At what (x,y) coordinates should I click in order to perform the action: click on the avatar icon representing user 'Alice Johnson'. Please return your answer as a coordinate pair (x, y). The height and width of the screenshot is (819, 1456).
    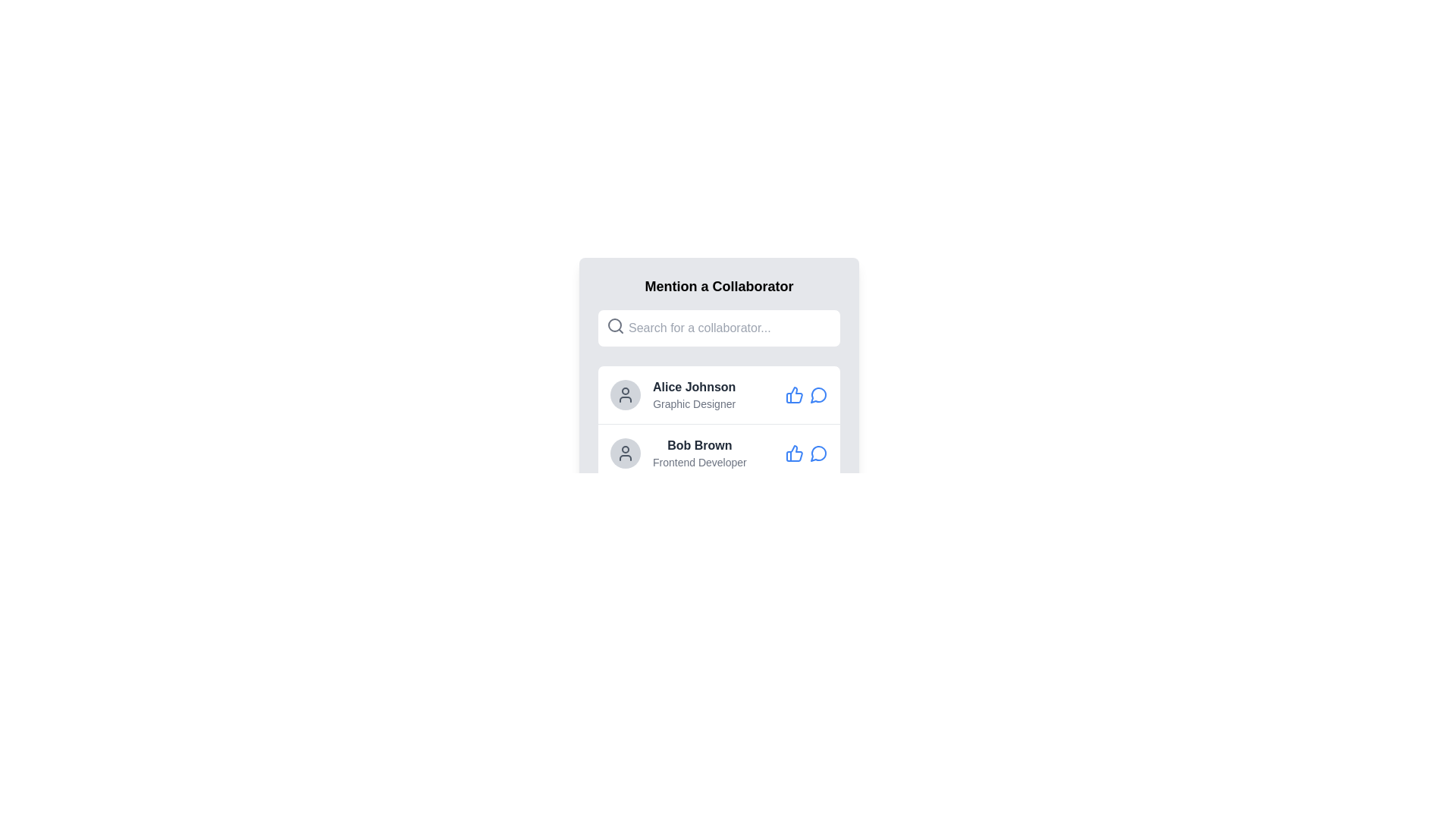
    Looking at the image, I should click on (626, 394).